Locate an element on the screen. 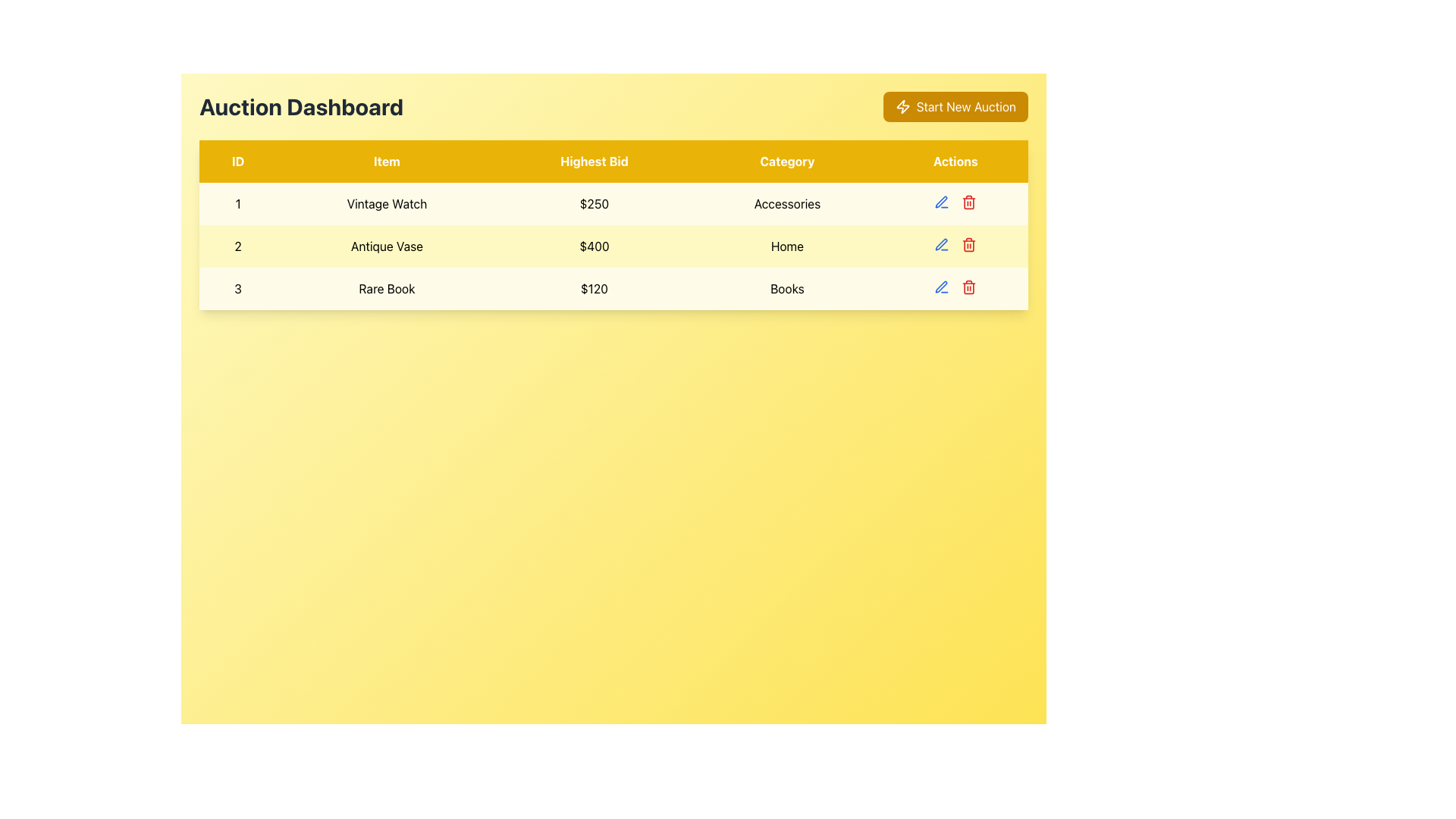 The image size is (1456, 819). the lightning SVG icon within the 'Start New Auction' button located in the top-right section of the yellow background area of the Auction Dashboard interface is located at coordinates (902, 106).